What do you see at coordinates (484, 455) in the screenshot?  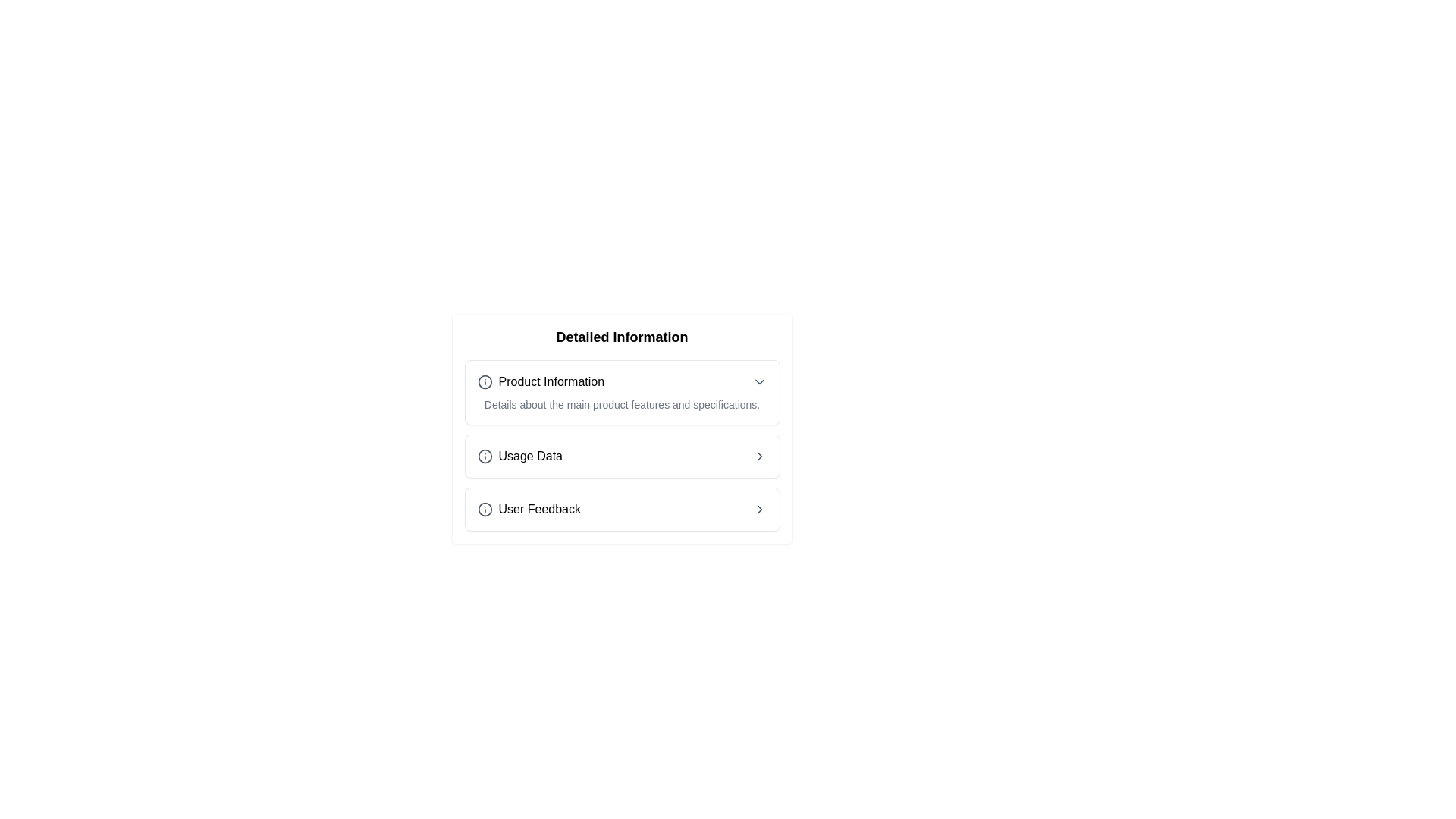 I see `the icon located in the leftmost part of the 'Usage Data' item row` at bounding box center [484, 455].